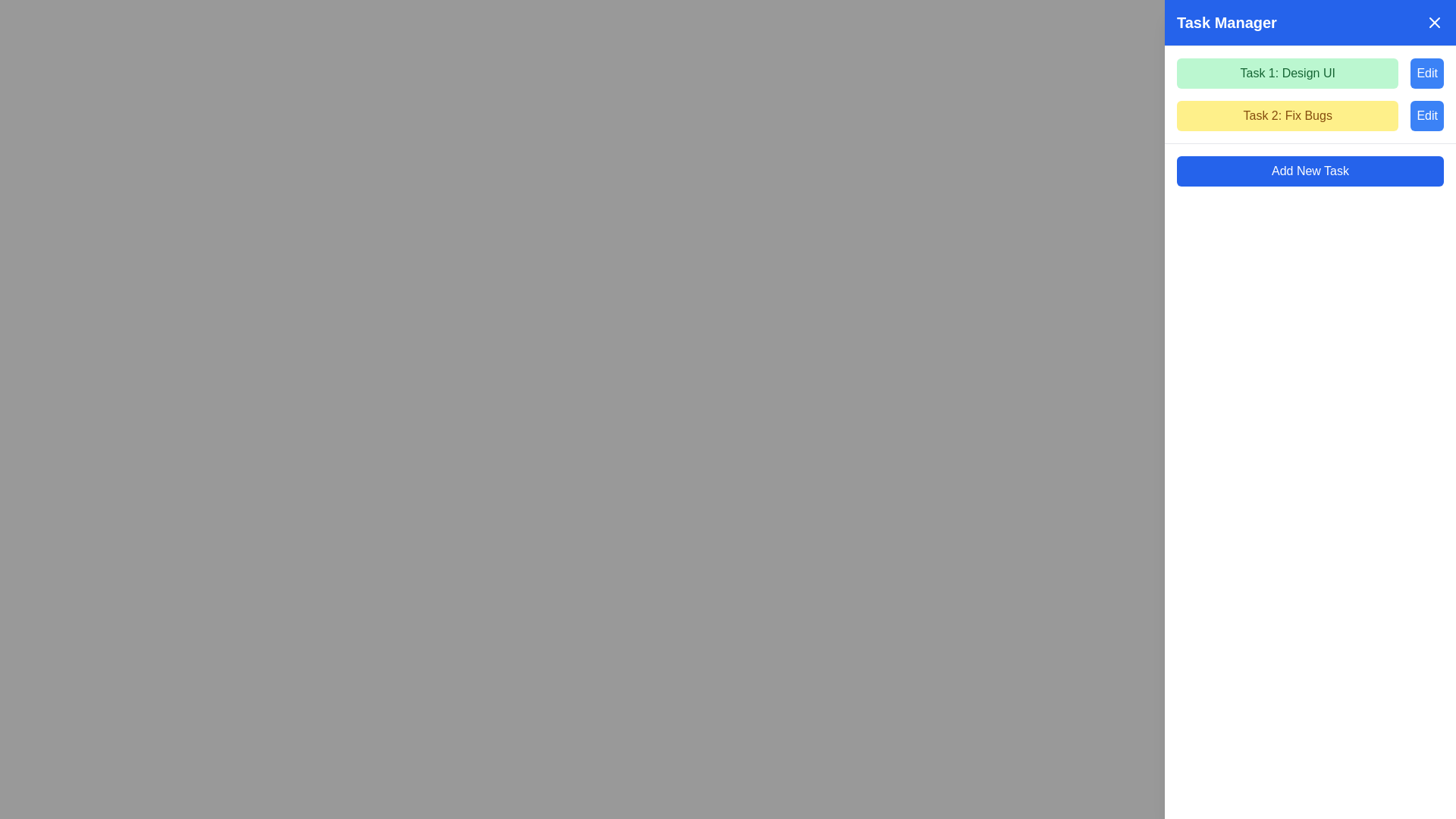 The width and height of the screenshot is (1456, 819). I want to click on the 'Edit' button with a bright blue background and white text located at the top-right corner of the Task Manager panel to initiate the edit action, so click(1426, 73).